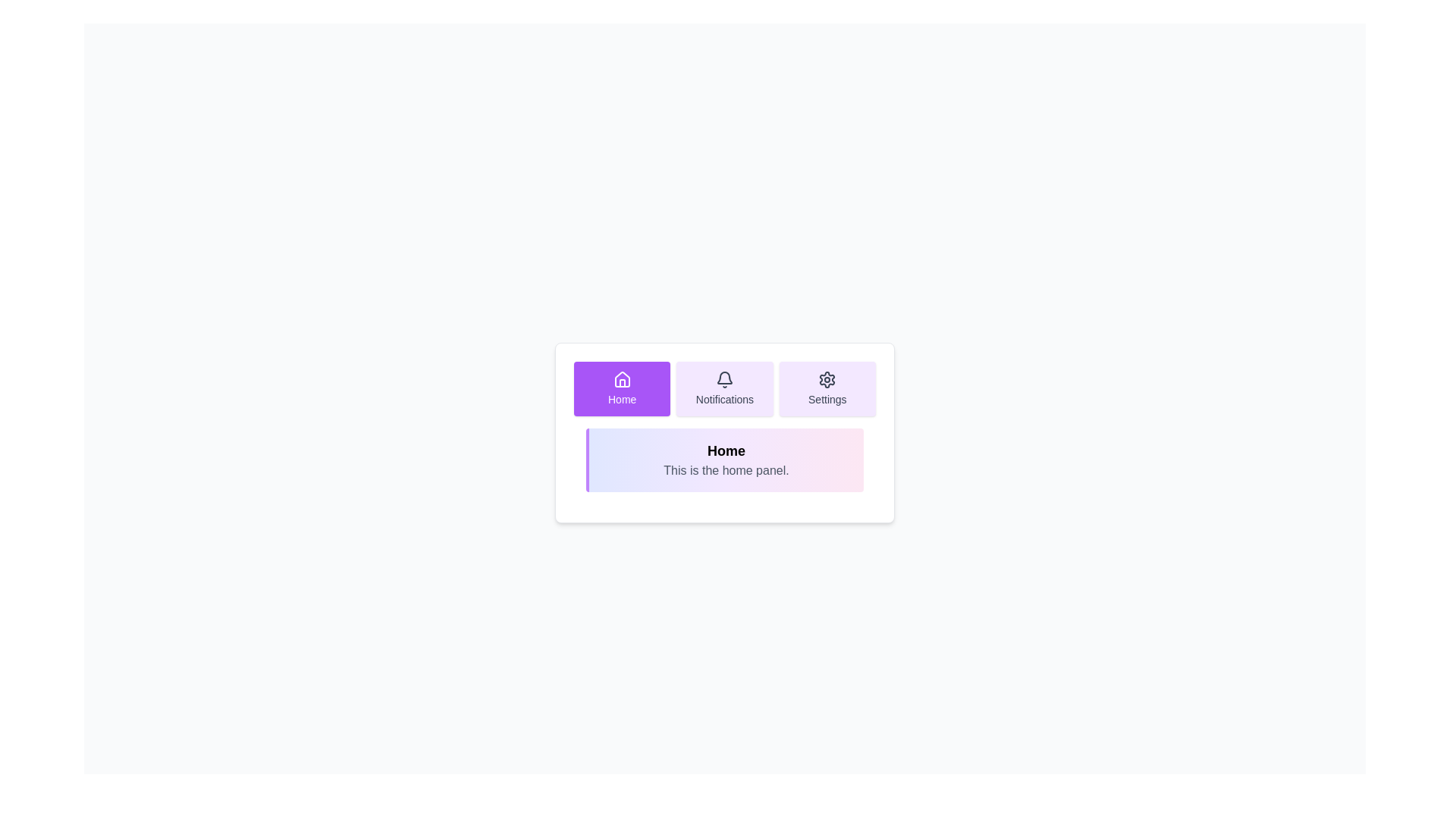 The image size is (1456, 819). What do you see at coordinates (622, 378) in the screenshot?
I see `the 'Home' icon button located at the top of the interface` at bounding box center [622, 378].